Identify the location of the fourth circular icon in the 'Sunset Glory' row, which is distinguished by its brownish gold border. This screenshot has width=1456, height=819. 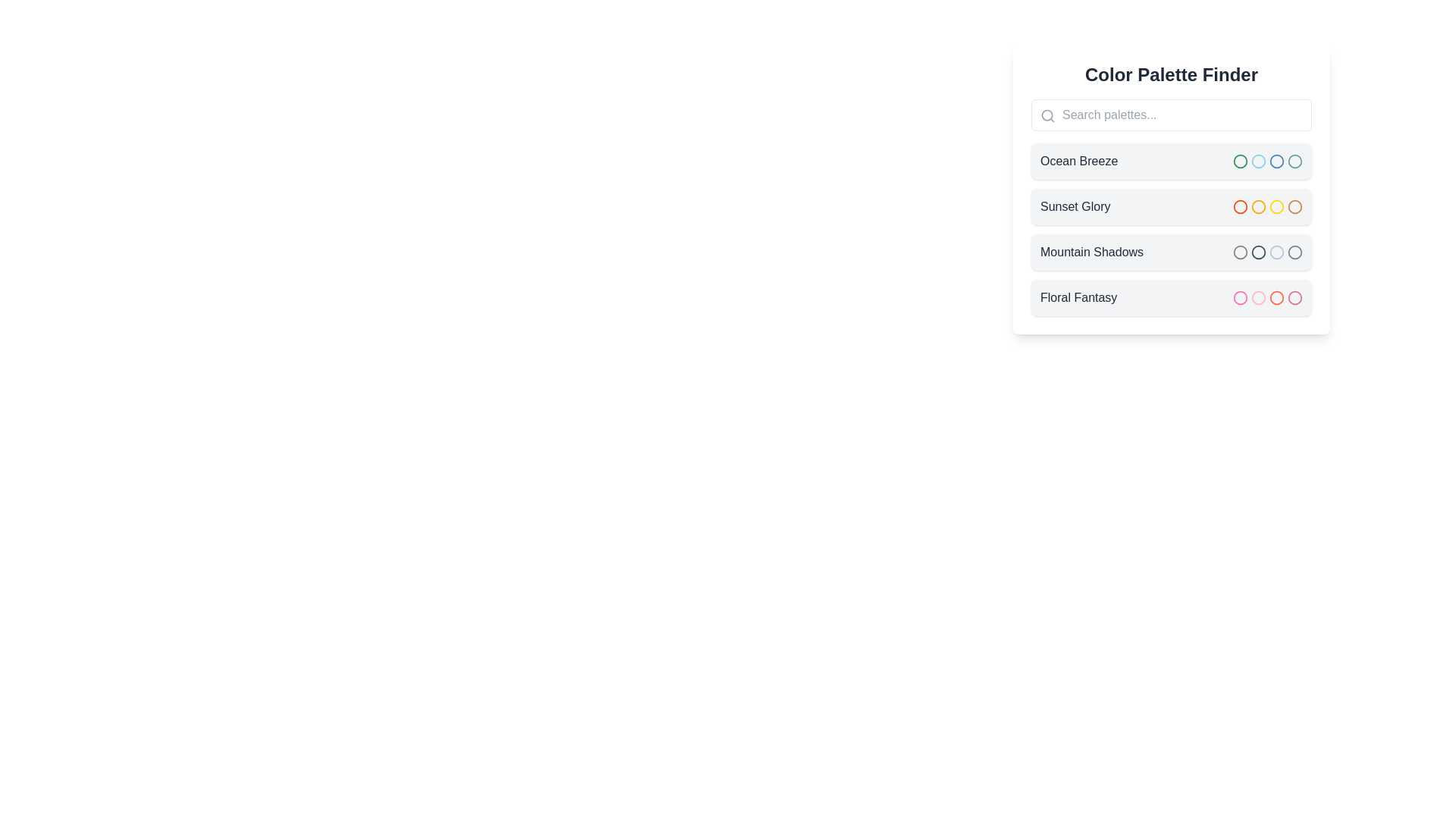
(1294, 207).